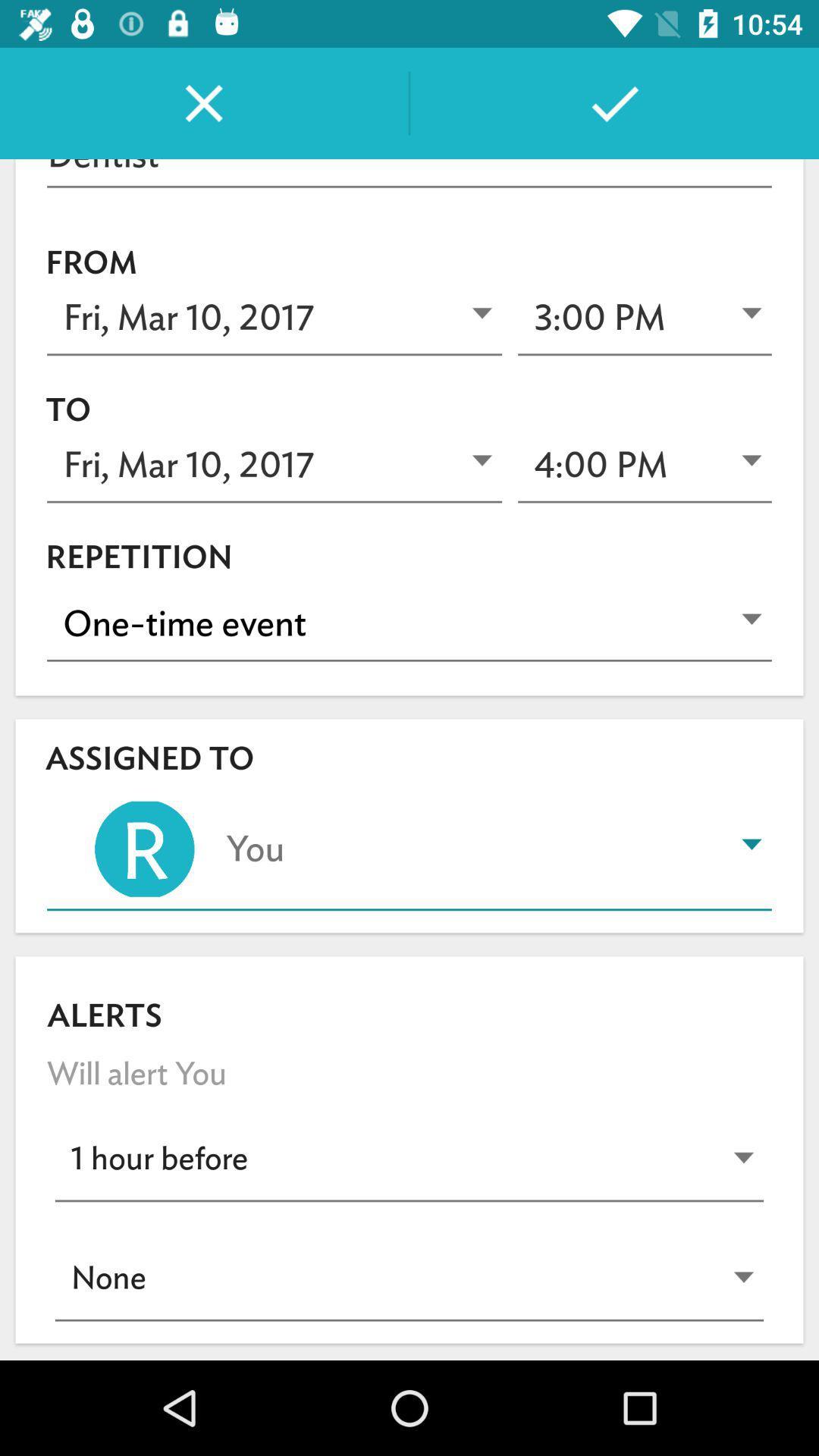 The height and width of the screenshot is (1456, 819). I want to click on the last dropdown, so click(409, 1281).